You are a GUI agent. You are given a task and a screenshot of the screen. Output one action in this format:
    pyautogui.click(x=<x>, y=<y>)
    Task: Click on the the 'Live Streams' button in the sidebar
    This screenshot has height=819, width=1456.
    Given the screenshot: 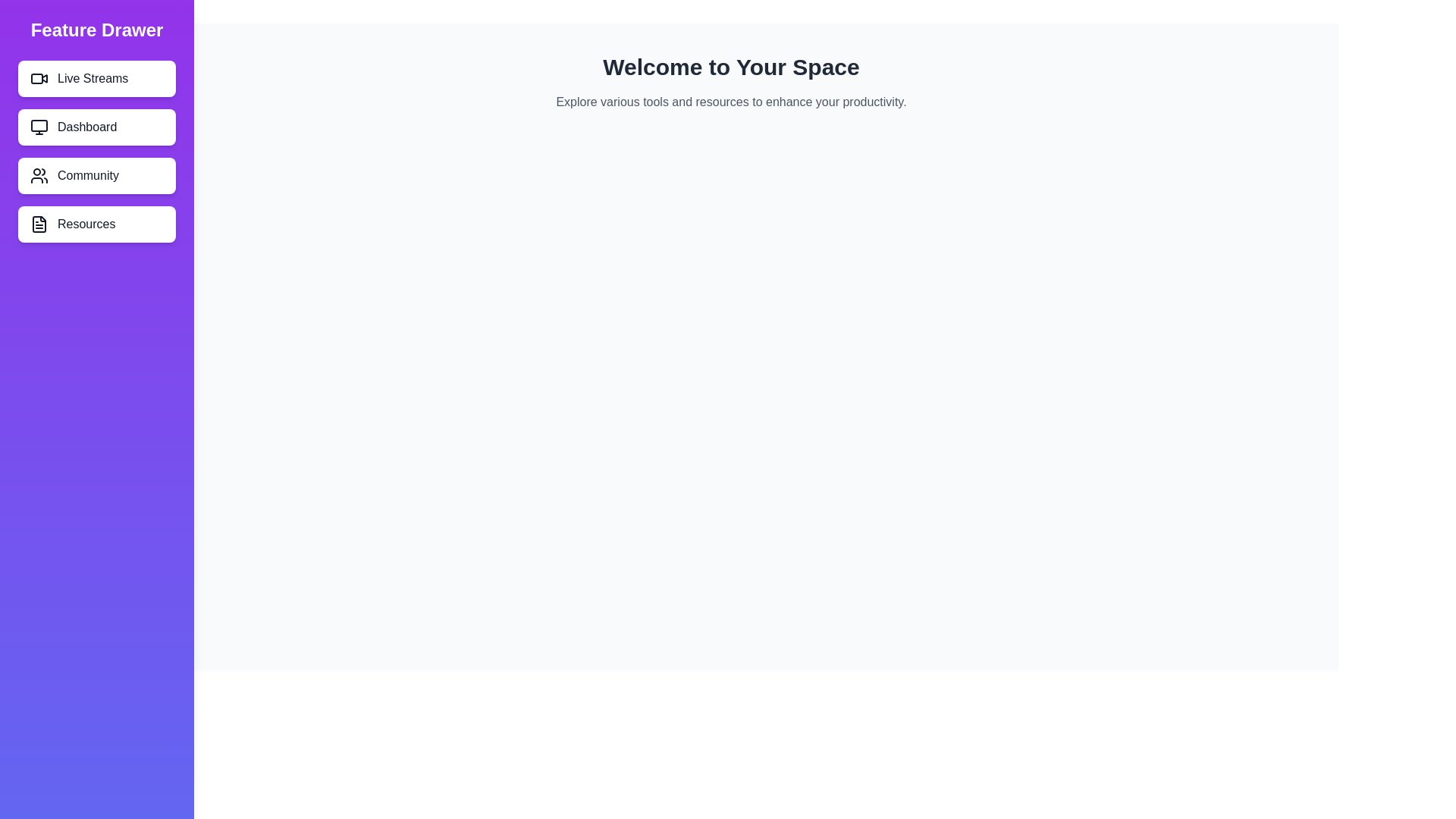 What is the action you would take?
    pyautogui.click(x=96, y=79)
    